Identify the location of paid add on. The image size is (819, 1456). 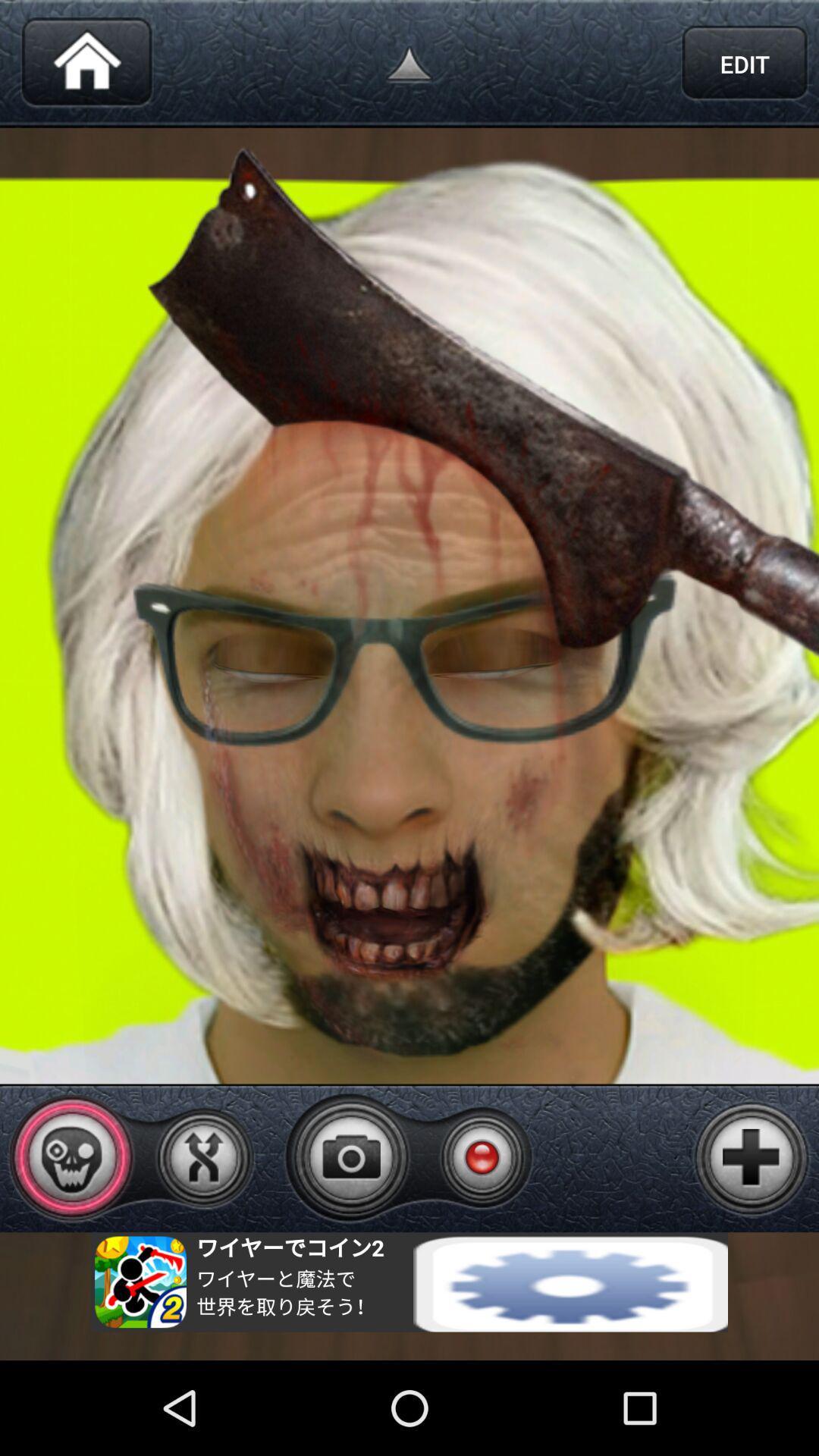
(752, 1157).